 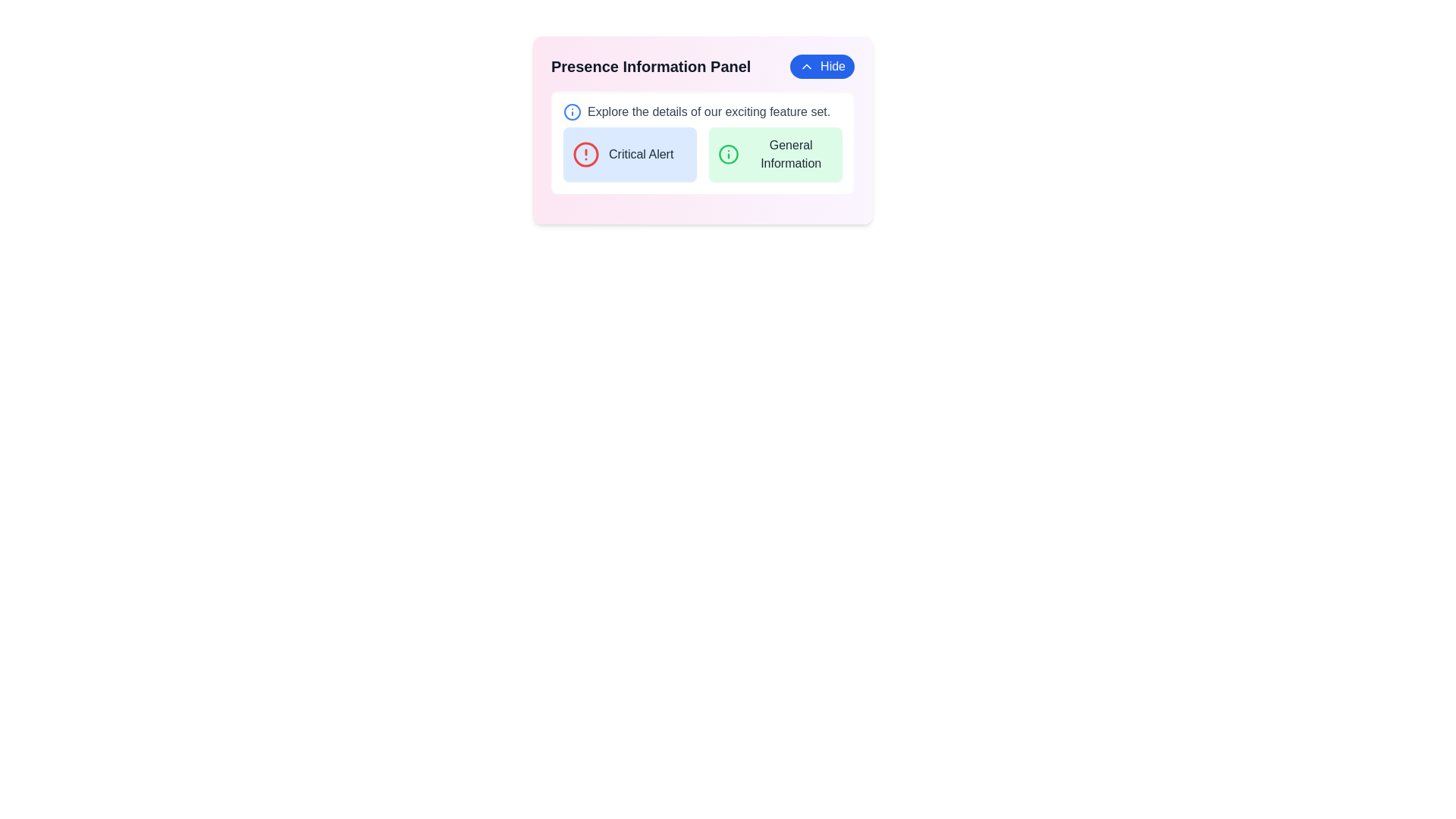 I want to click on the circular green information icon located in the 'General Information' section on the right-hand side of the panel, so click(x=729, y=155).